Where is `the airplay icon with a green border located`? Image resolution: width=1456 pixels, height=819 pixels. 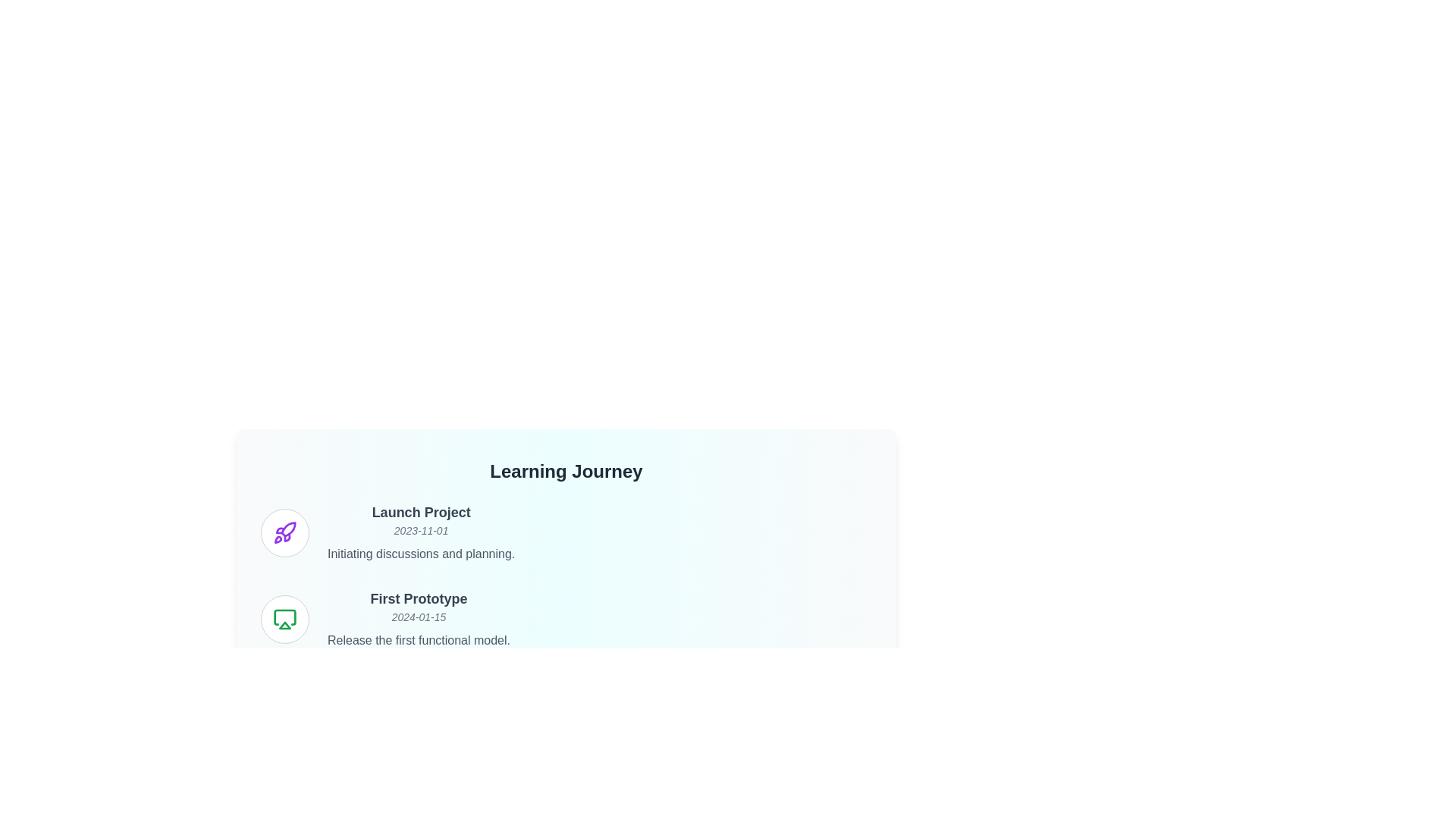
the airplay icon with a green border located is located at coordinates (284, 620).